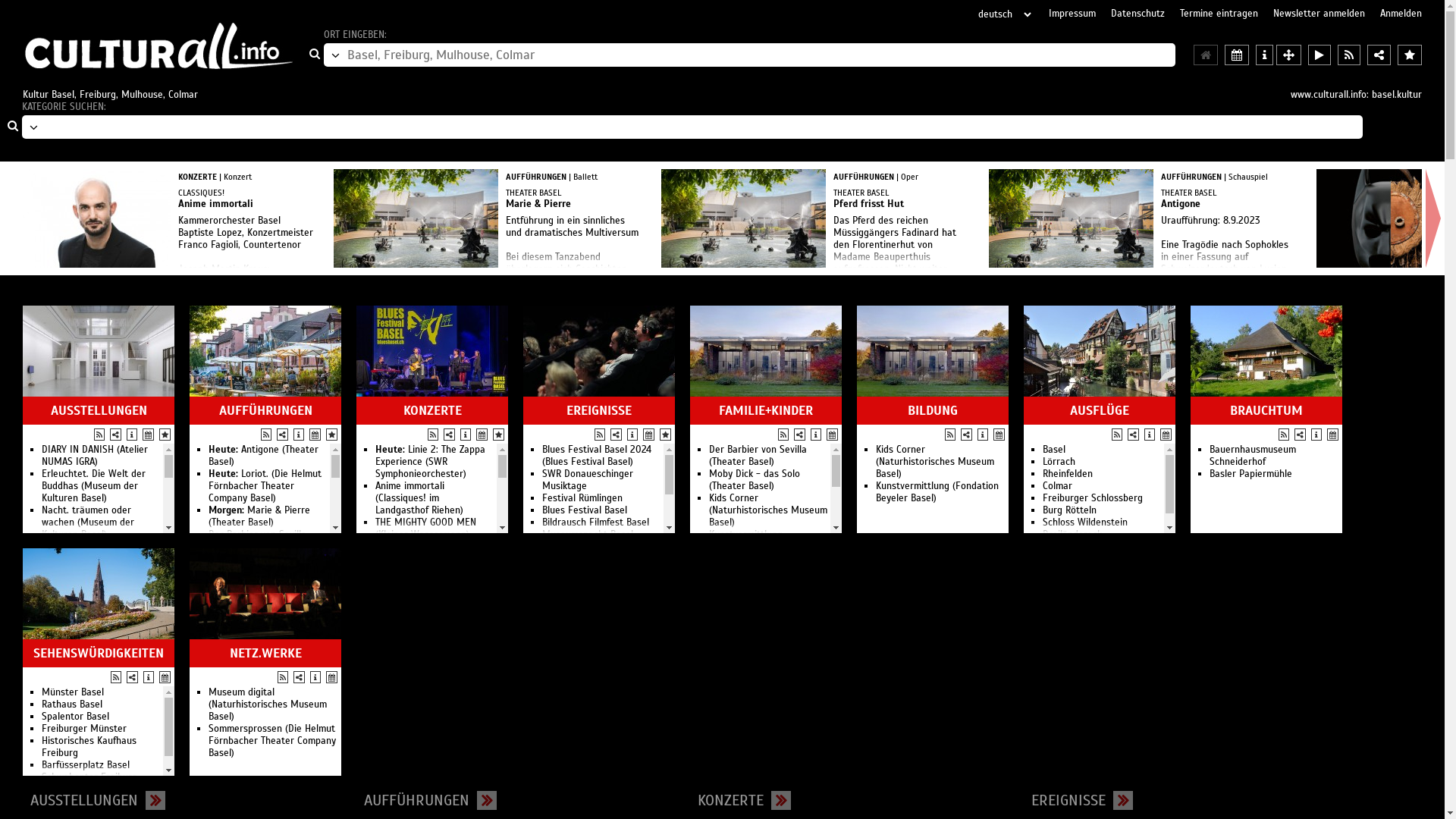 The width and height of the screenshot is (1456, 819). Describe the element at coordinates (1356, 94) in the screenshot. I see `'www.culturall.info: basel.kultur'` at that location.